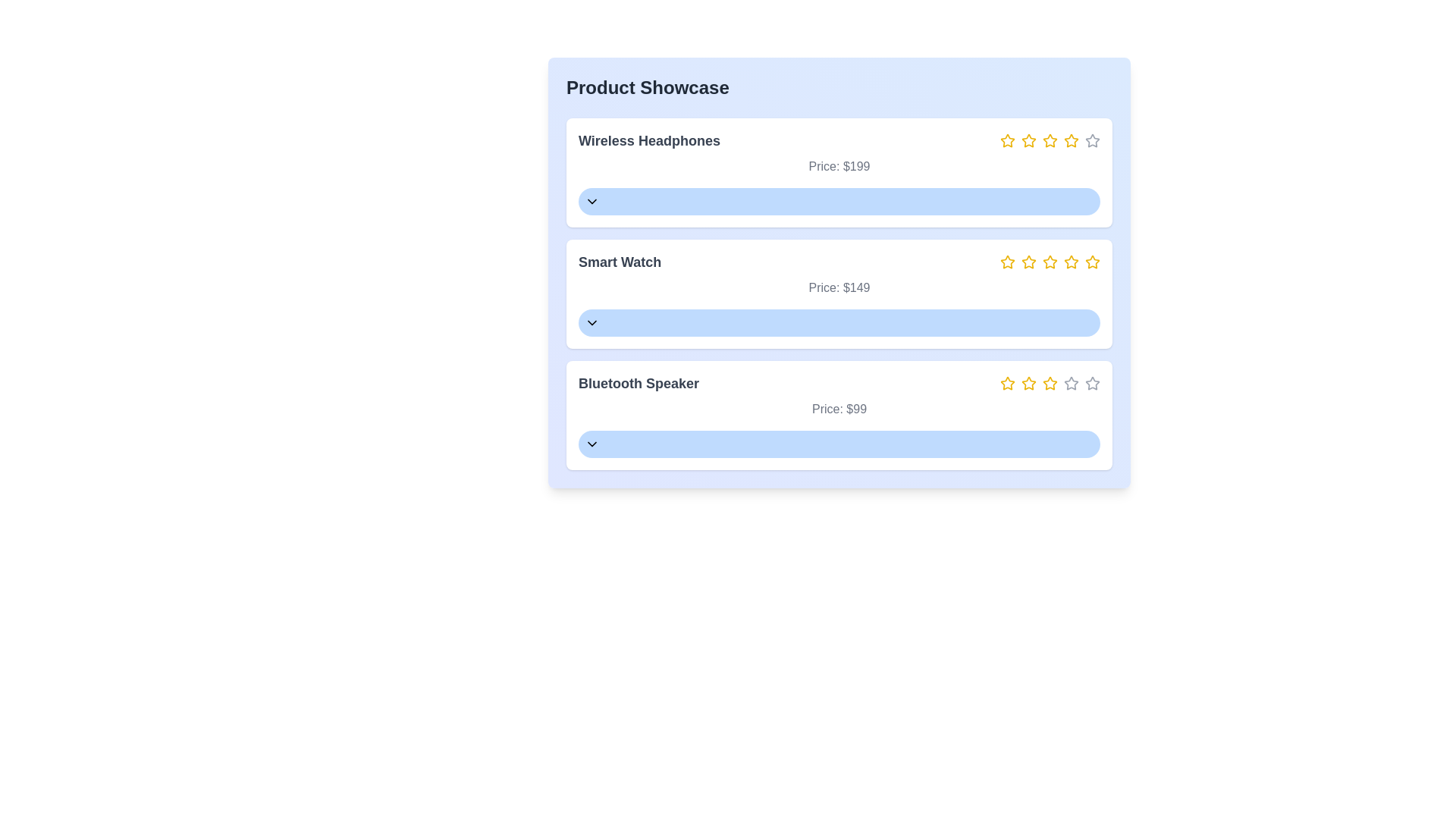 This screenshot has height=819, width=1456. Describe the element at coordinates (1050, 262) in the screenshot. I see `the fourth star in the rating widget for the 'Smart Watch' section` at that location.